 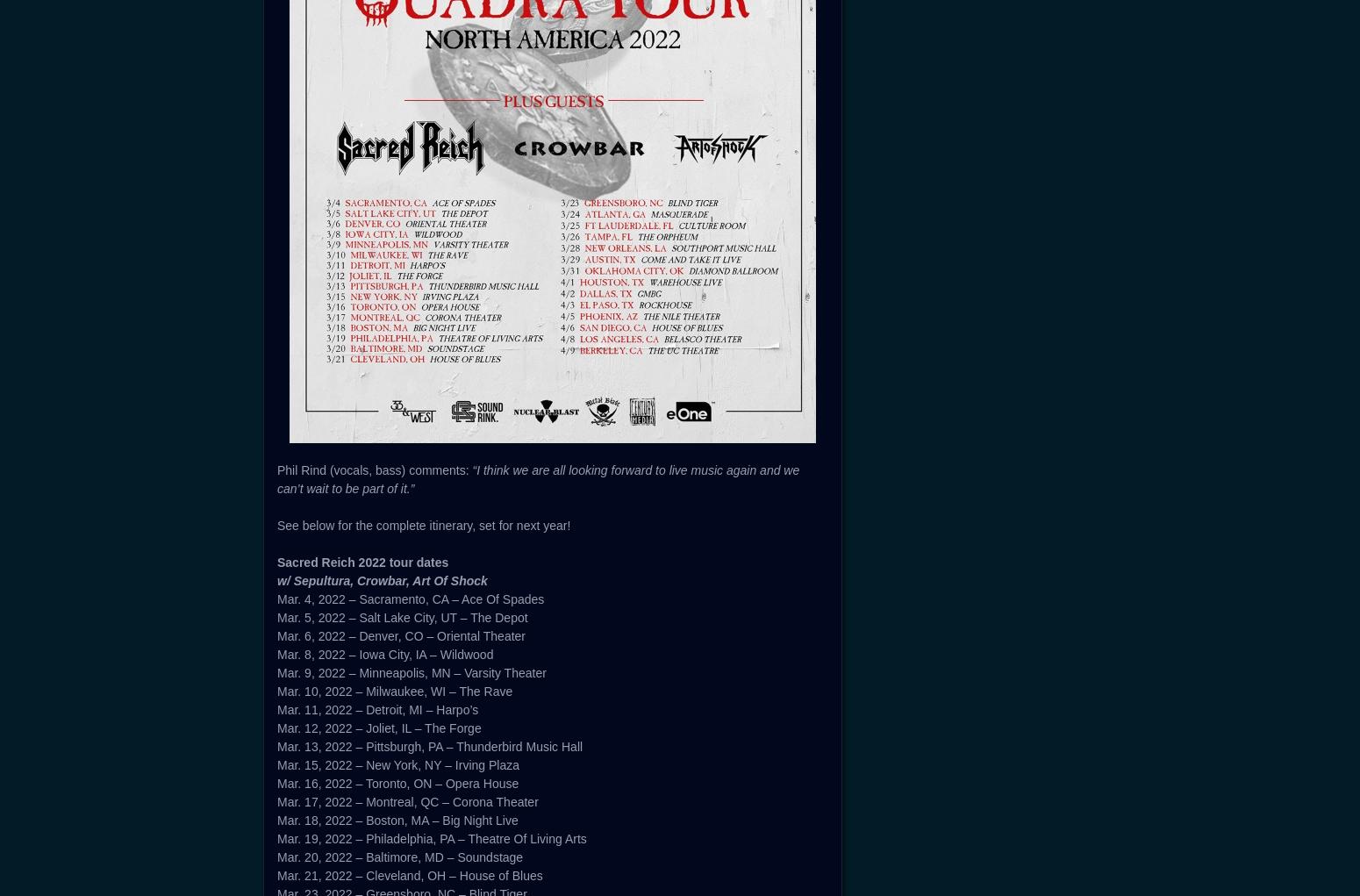 I want to click on 'See below for the complete itinerary, set for next year!', so click(x=422, y=526).